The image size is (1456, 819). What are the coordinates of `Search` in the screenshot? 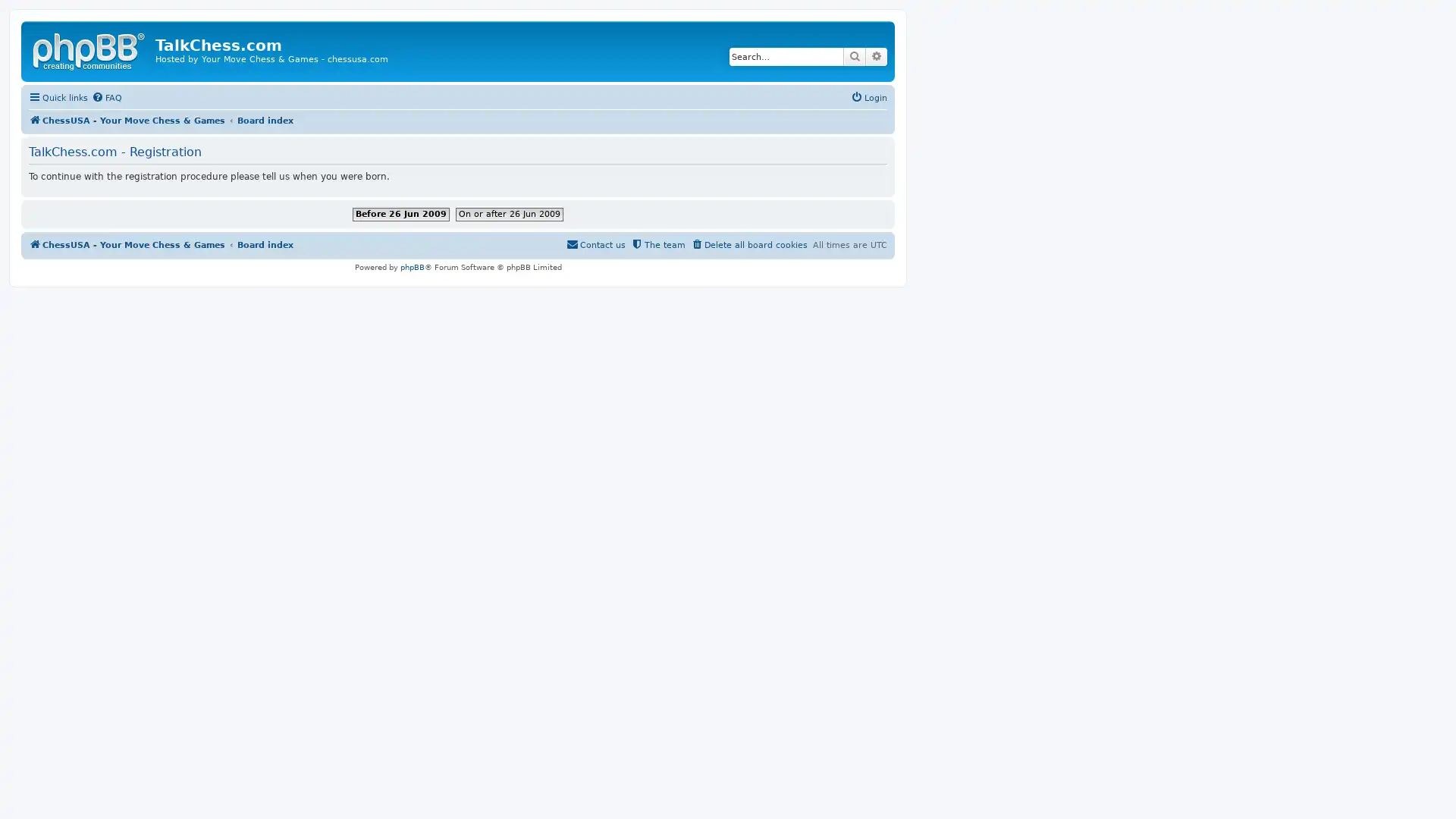 It's located at (855, 55).